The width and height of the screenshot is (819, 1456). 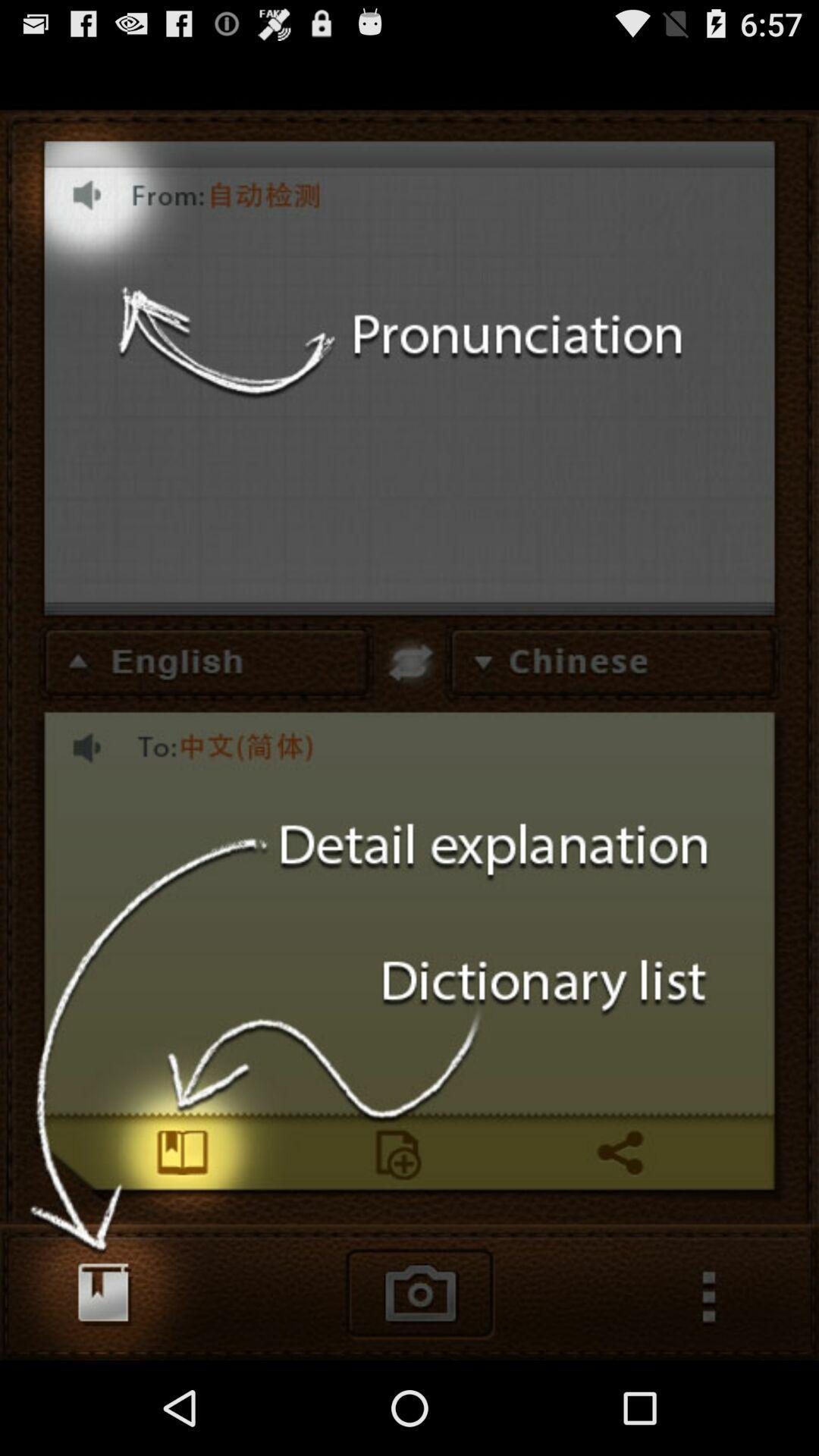 What do you see at coordinates (409, 699) in the screenshot?
I see `the swap icon` at bounding box center [409, 699].